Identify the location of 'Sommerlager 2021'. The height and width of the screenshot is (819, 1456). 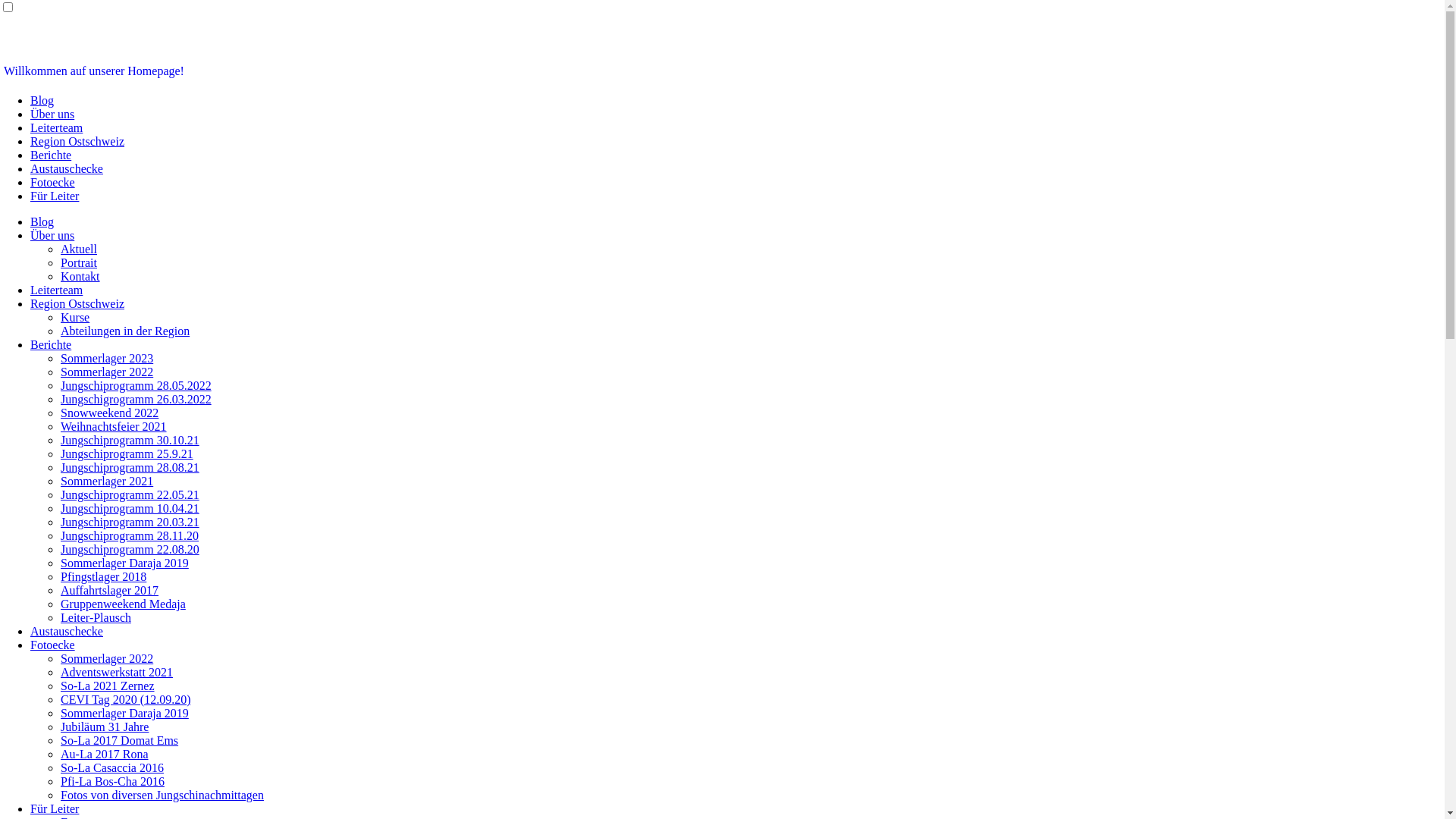
(105, 481).